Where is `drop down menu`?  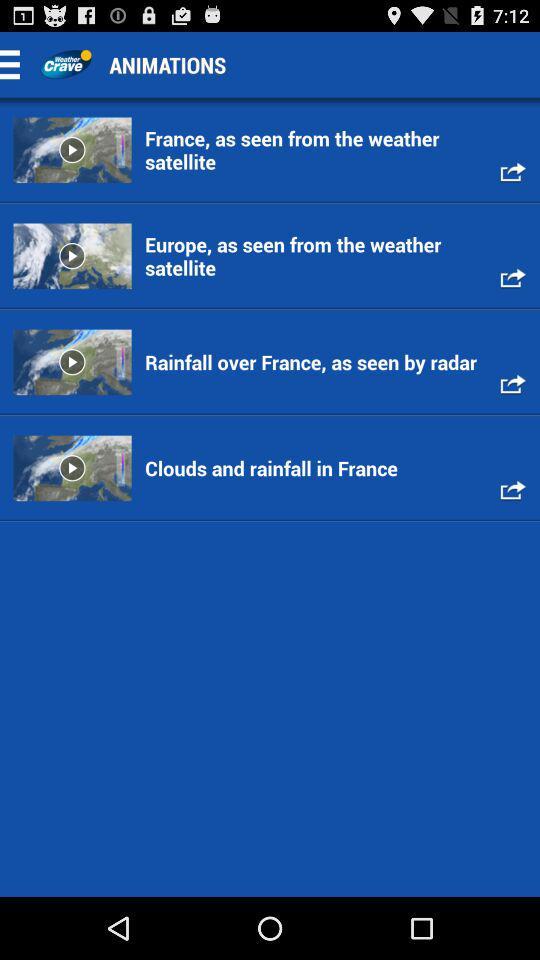
drop down menu is located at coordinates (15, 64).